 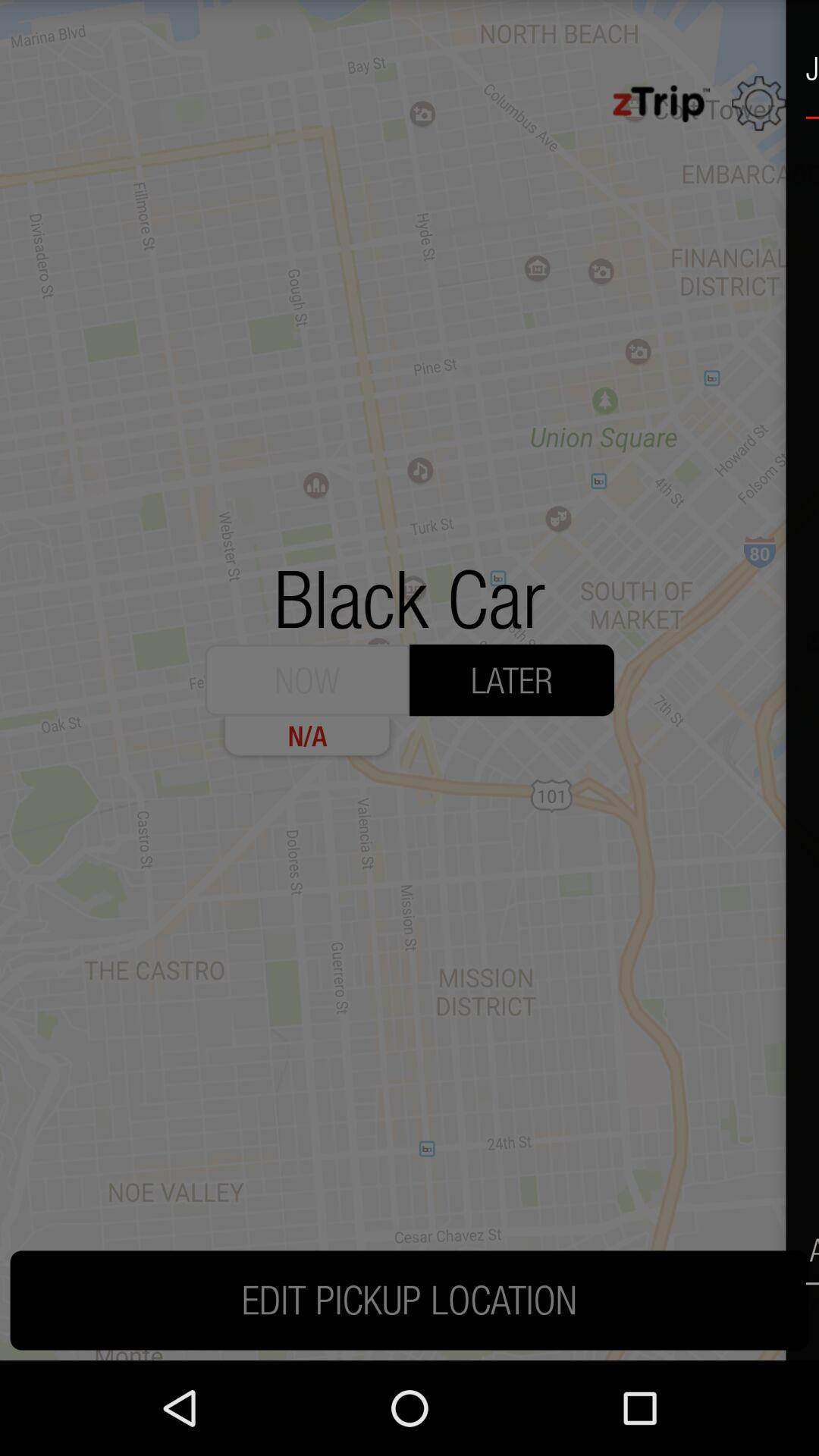 I want to click on the settings icon, so click(x=759, y=110).